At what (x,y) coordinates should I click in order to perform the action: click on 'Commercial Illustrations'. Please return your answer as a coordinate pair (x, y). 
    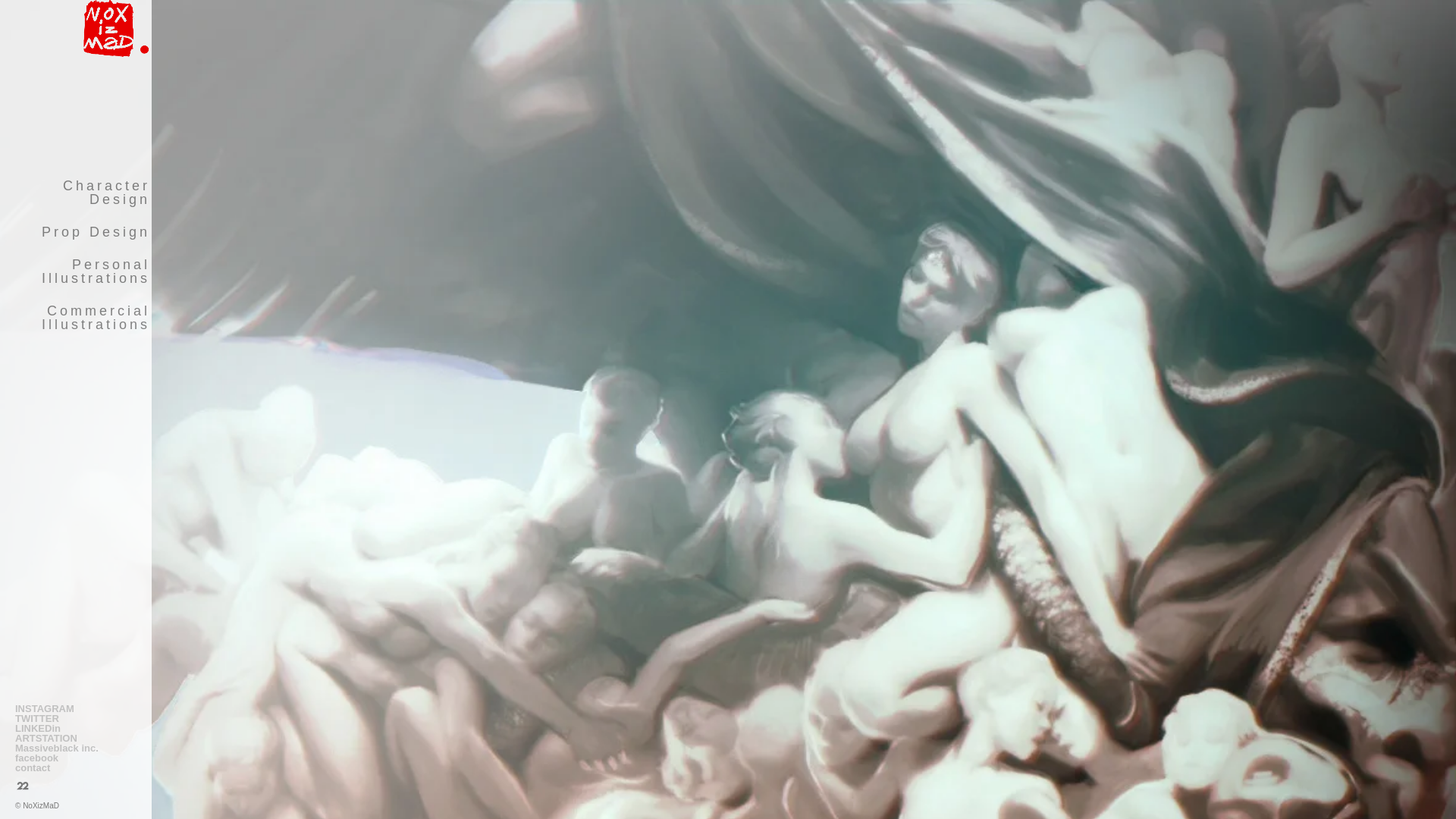
    Looking at the image, I should click on (75, 317).